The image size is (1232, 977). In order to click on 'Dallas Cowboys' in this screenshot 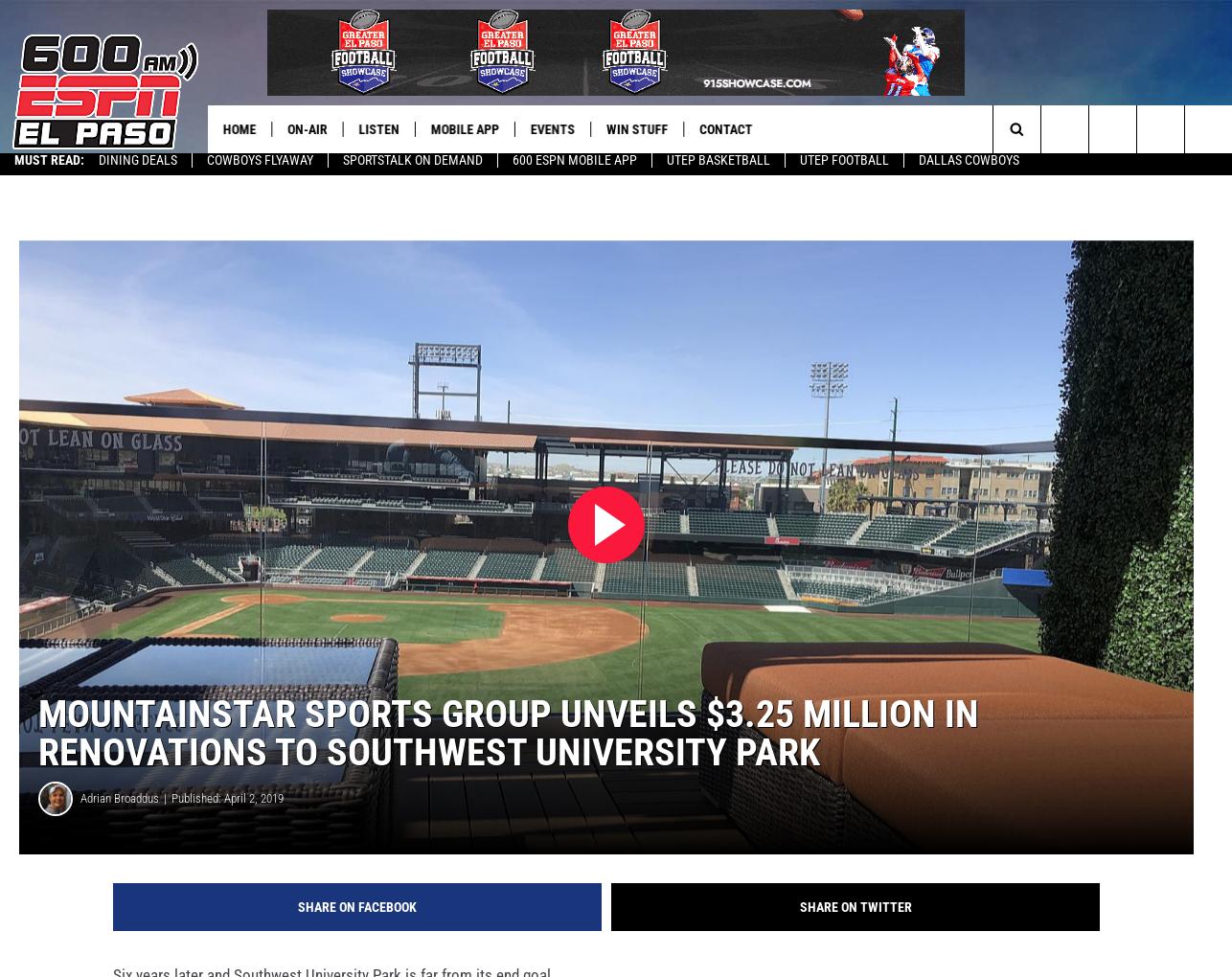, I will do `click(968, 167)`.